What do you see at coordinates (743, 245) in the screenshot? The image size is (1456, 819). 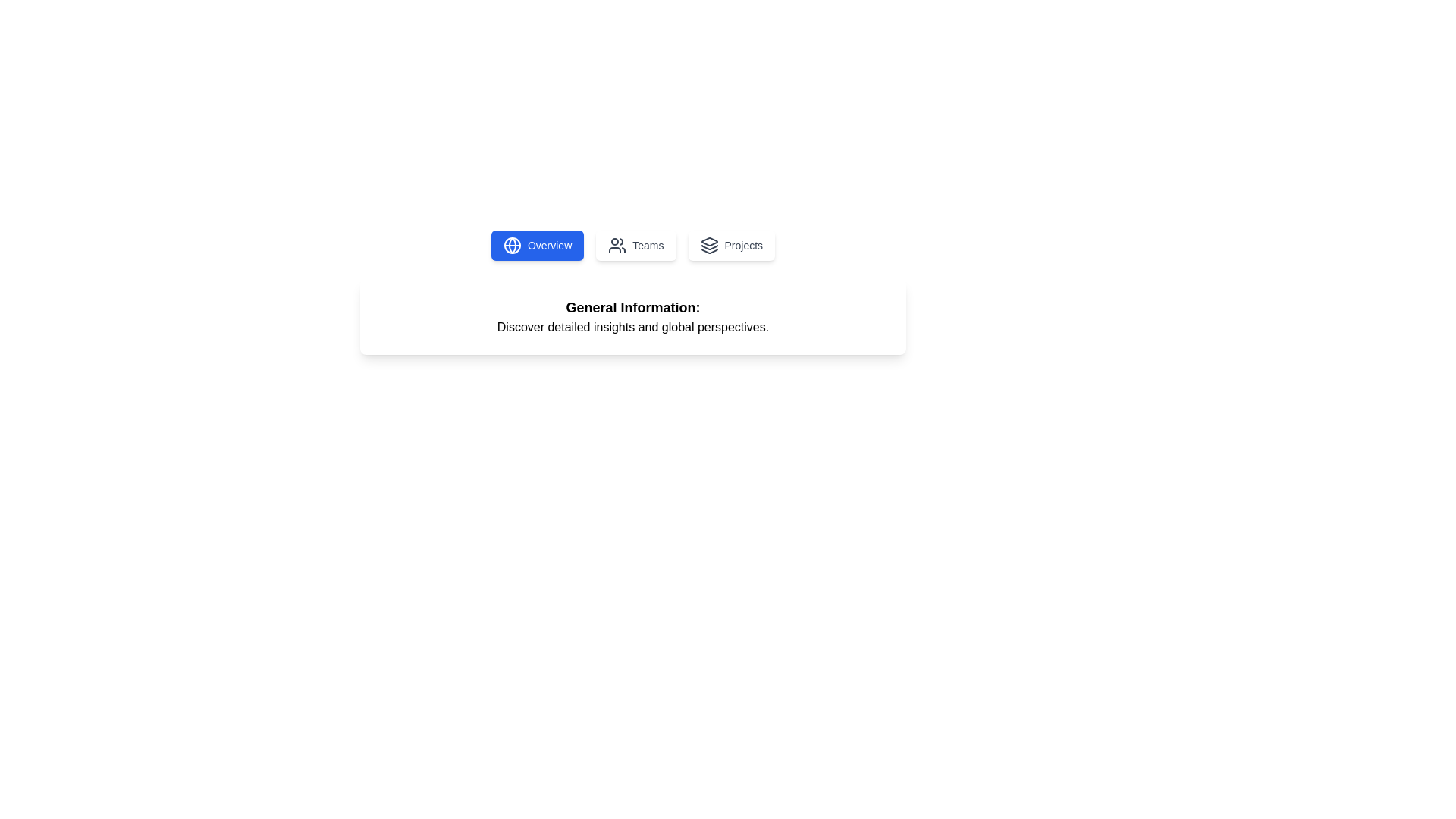 I see `text label that indicates the functionality of the 'Projects' button in the navigation menu, which is located inside the third button, to the right of 'Teams'` at bounding box center [743, 245].